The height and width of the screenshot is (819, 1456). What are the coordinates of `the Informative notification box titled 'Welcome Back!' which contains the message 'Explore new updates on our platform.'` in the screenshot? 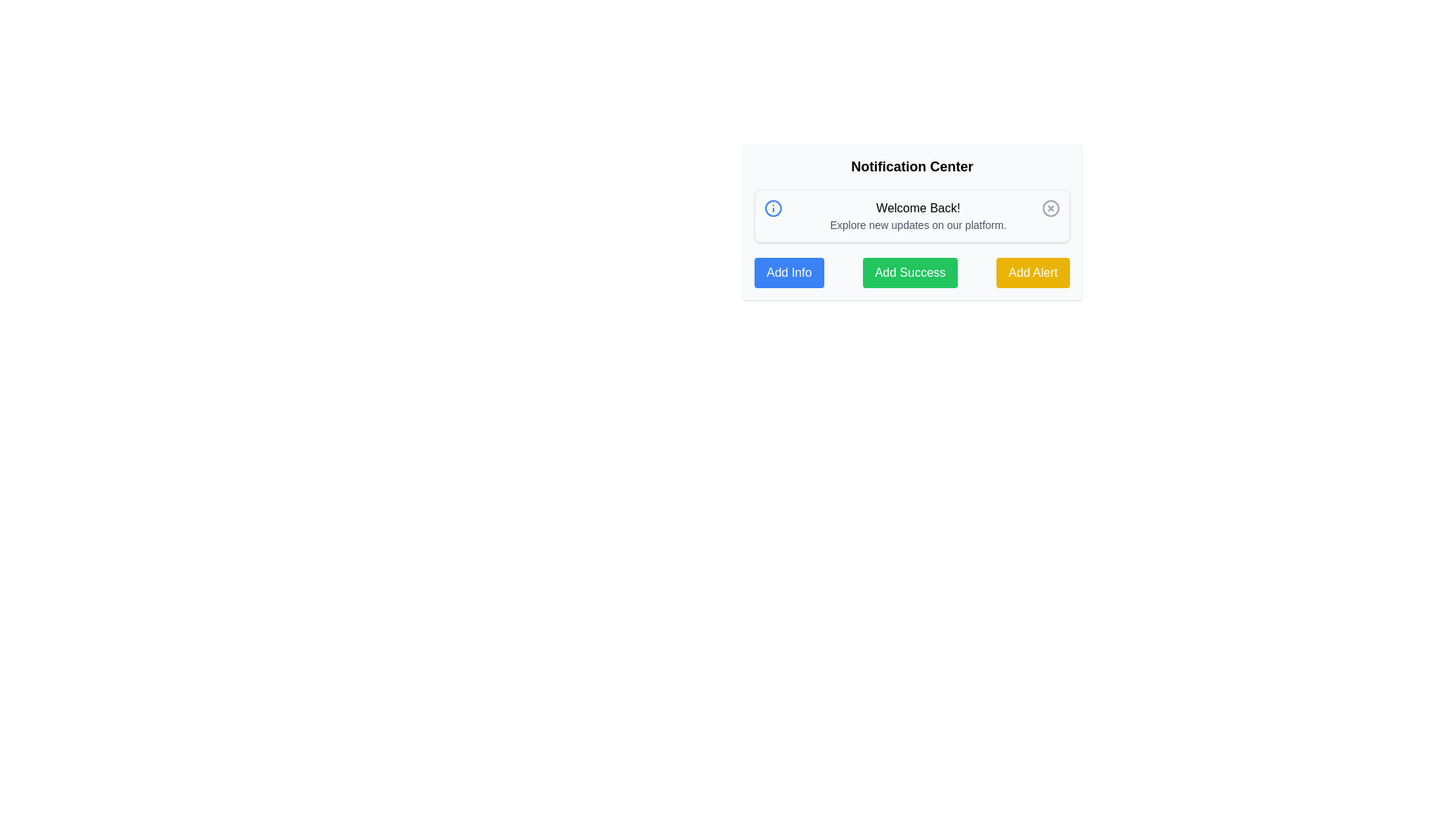 It's located at (912, 216).